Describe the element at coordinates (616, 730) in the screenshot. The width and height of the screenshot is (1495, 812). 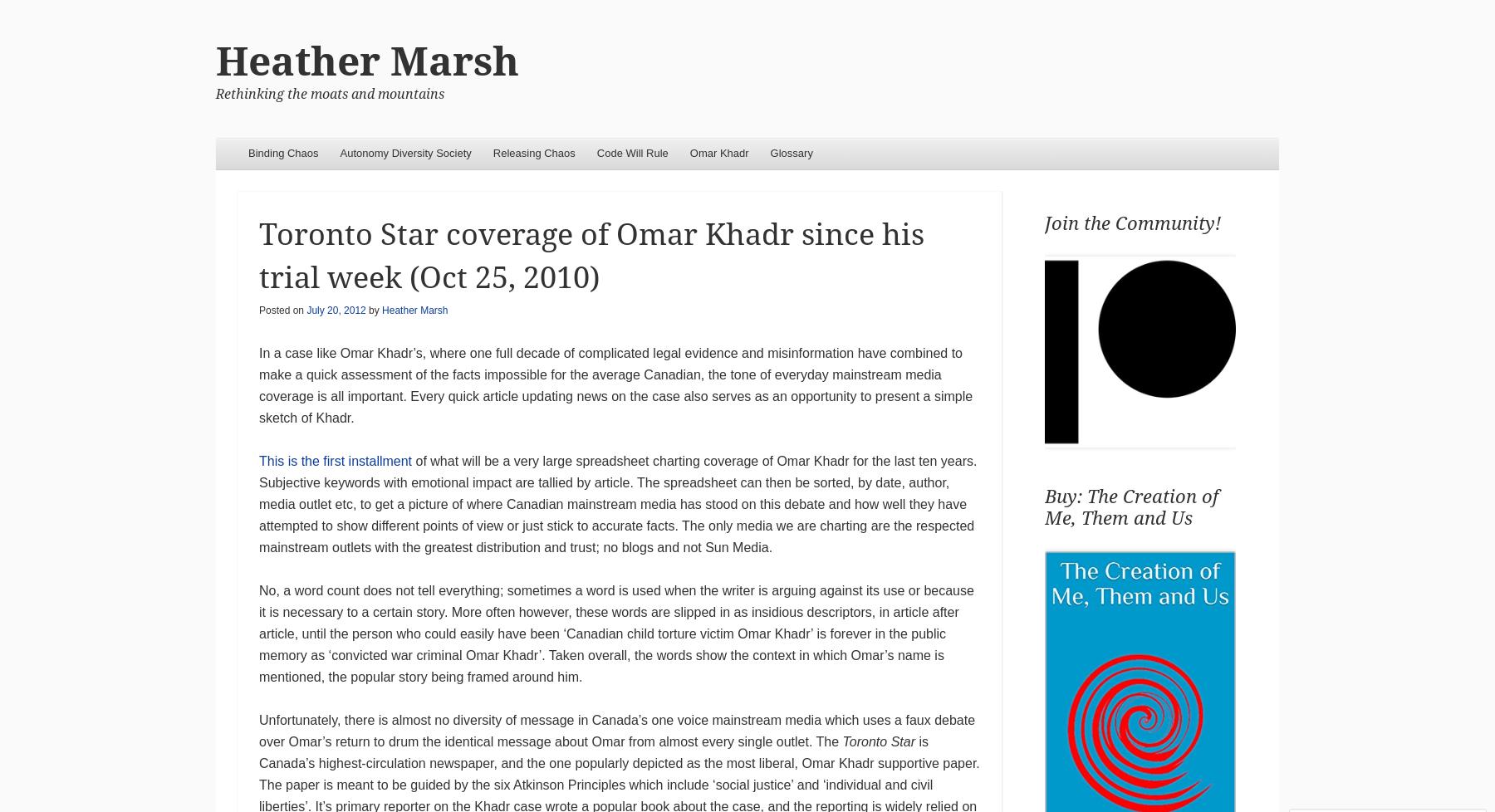
I see `'Unfortunately, there is almost no diversity of message in Canada’s one voice mainstream media which uses a faux debate over Omar’s return to drum the identical message about Omar from almost every single outlet. The'` at that location.